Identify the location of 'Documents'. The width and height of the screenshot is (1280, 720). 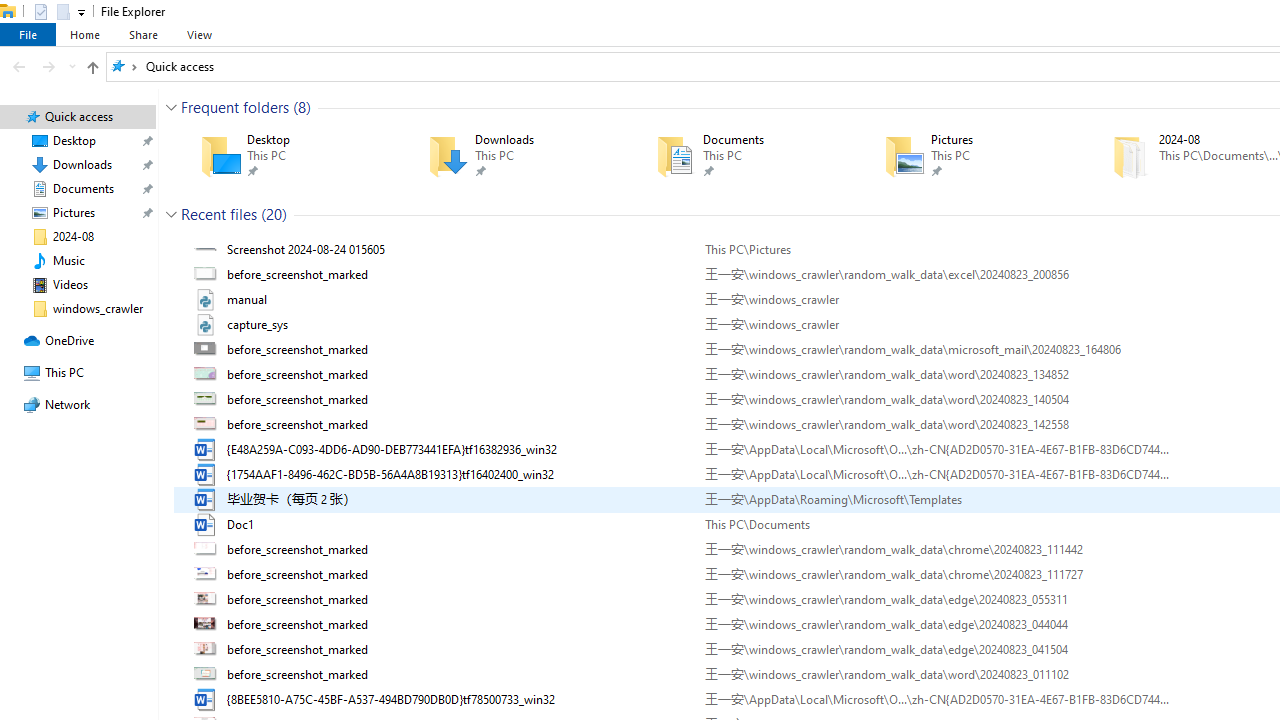
(740, 155).